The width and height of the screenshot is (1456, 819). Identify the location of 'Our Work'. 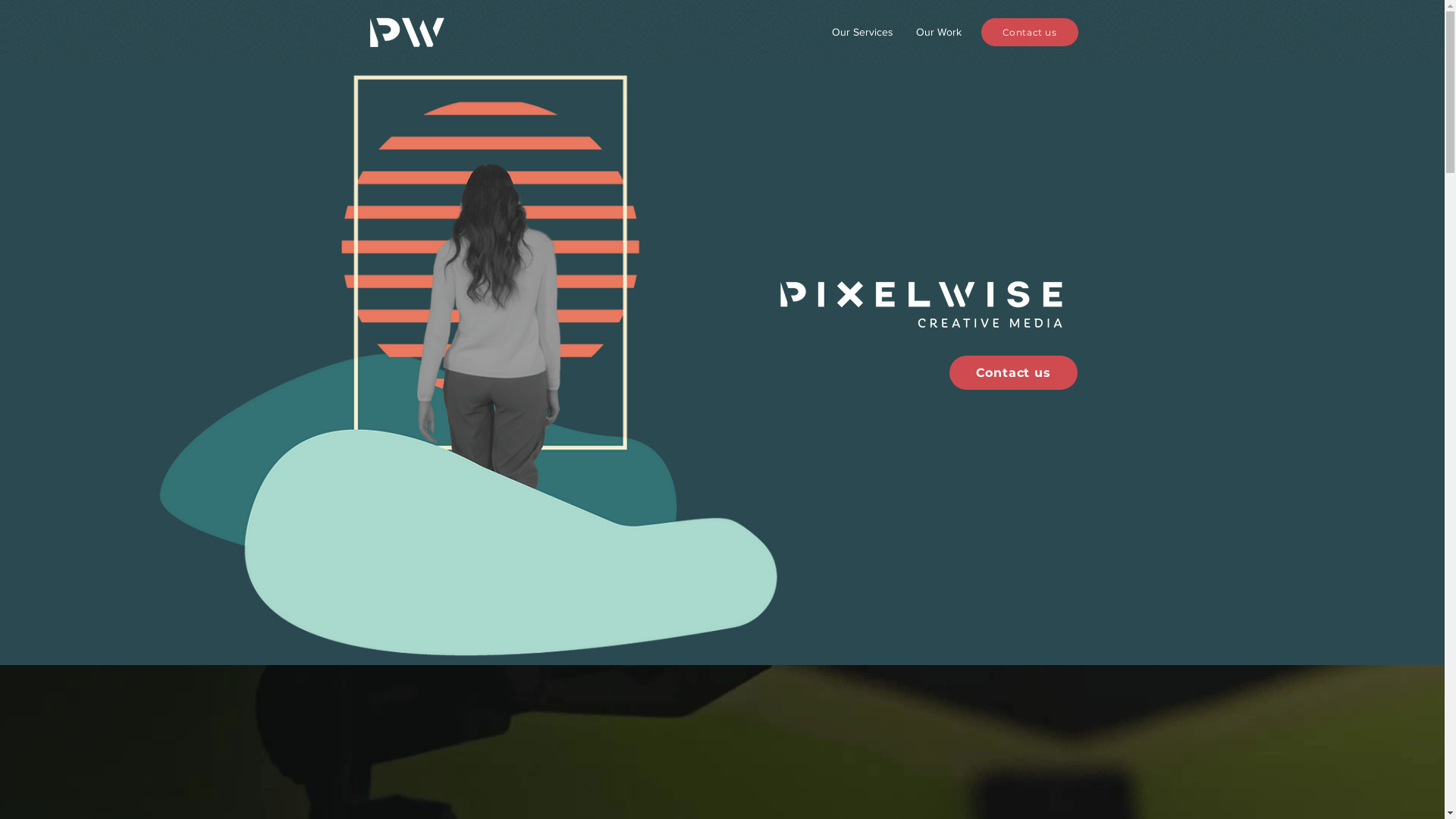
(937, 32).